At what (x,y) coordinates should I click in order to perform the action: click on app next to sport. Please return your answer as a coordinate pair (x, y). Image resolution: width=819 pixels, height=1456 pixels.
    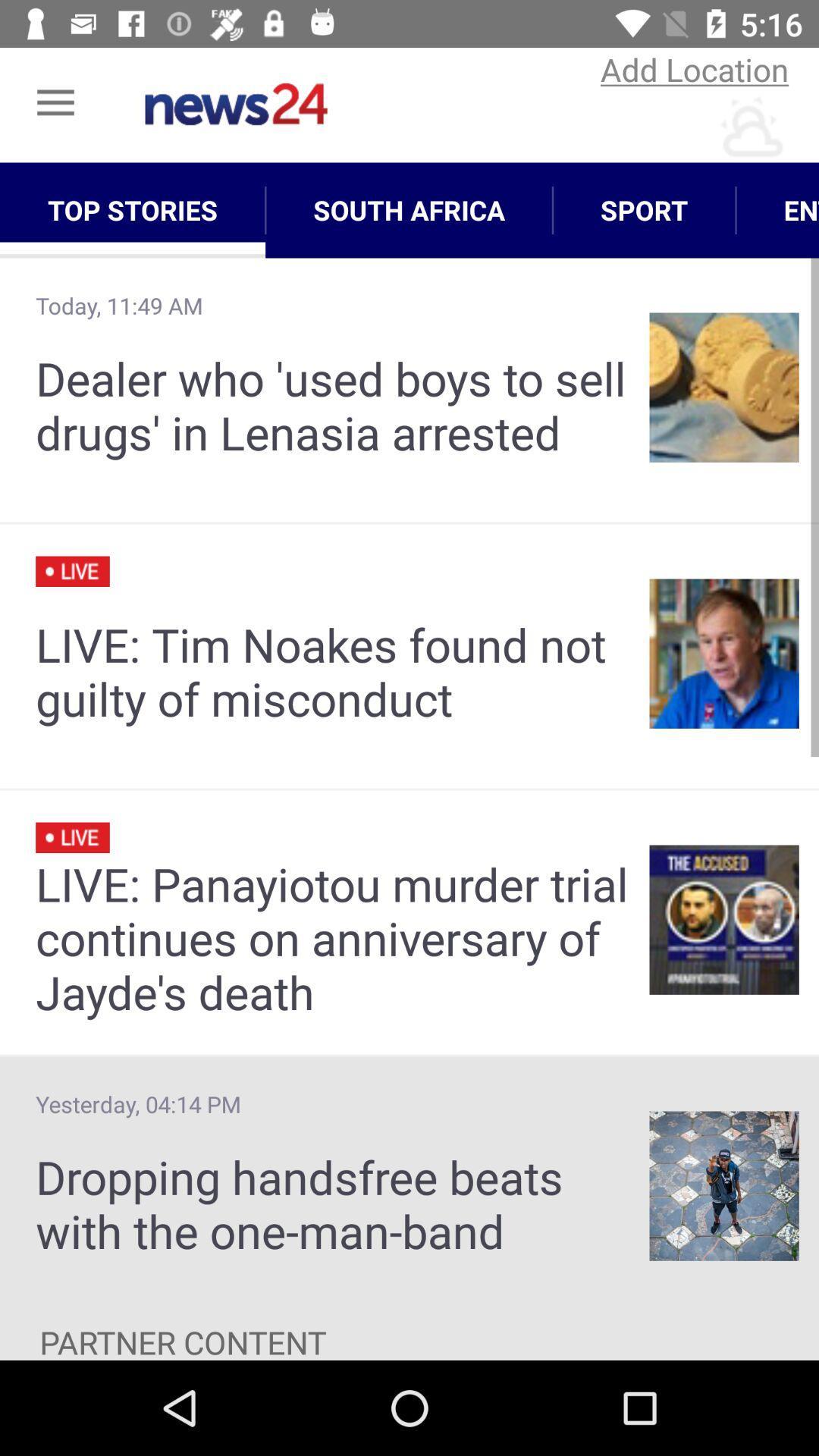
    Looking at the image, I should click on (408, 209).